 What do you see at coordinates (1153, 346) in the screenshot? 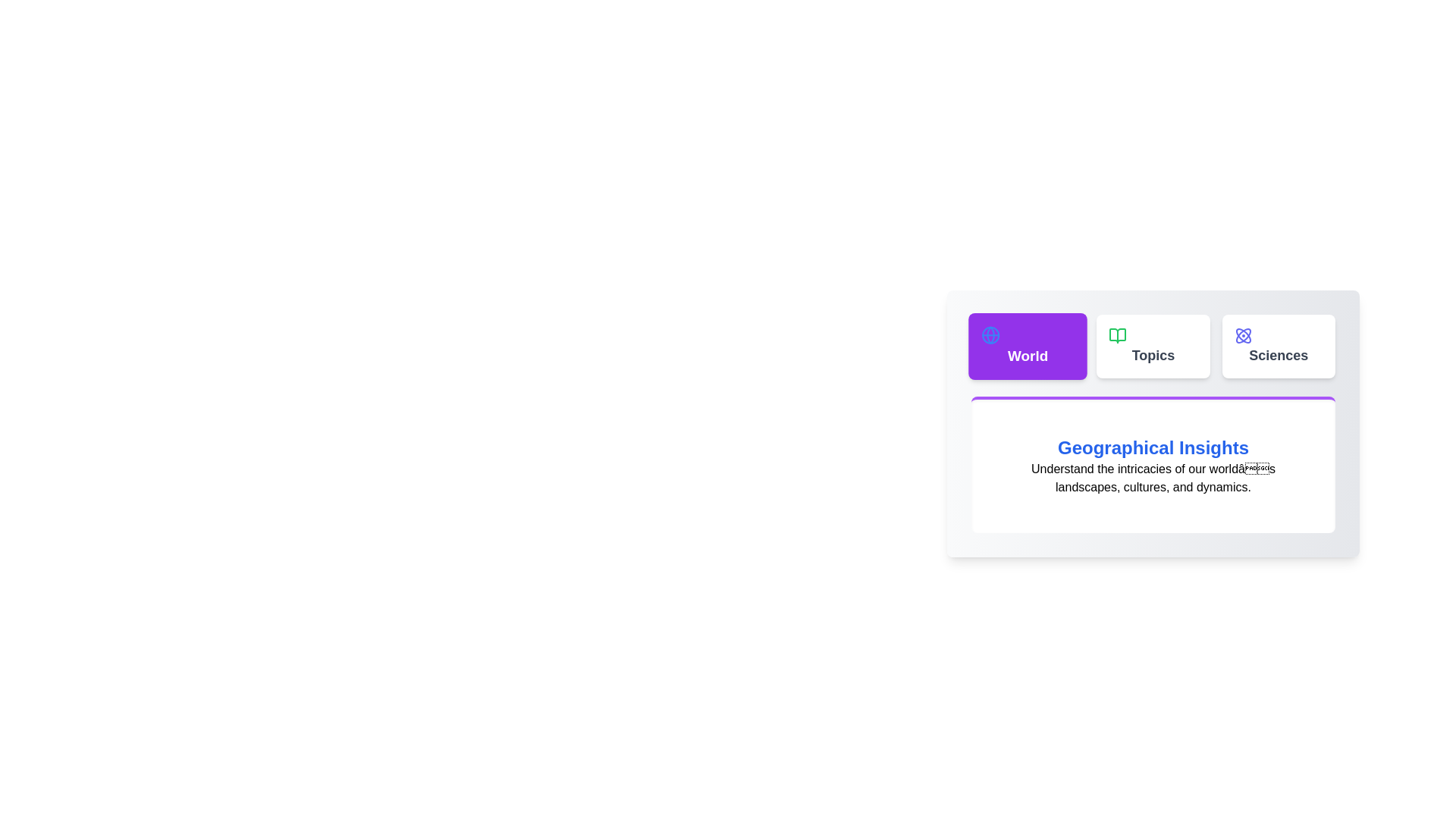
I see `the tab labeled Topics to preview its interaction` at bounding box center [1153, 346].